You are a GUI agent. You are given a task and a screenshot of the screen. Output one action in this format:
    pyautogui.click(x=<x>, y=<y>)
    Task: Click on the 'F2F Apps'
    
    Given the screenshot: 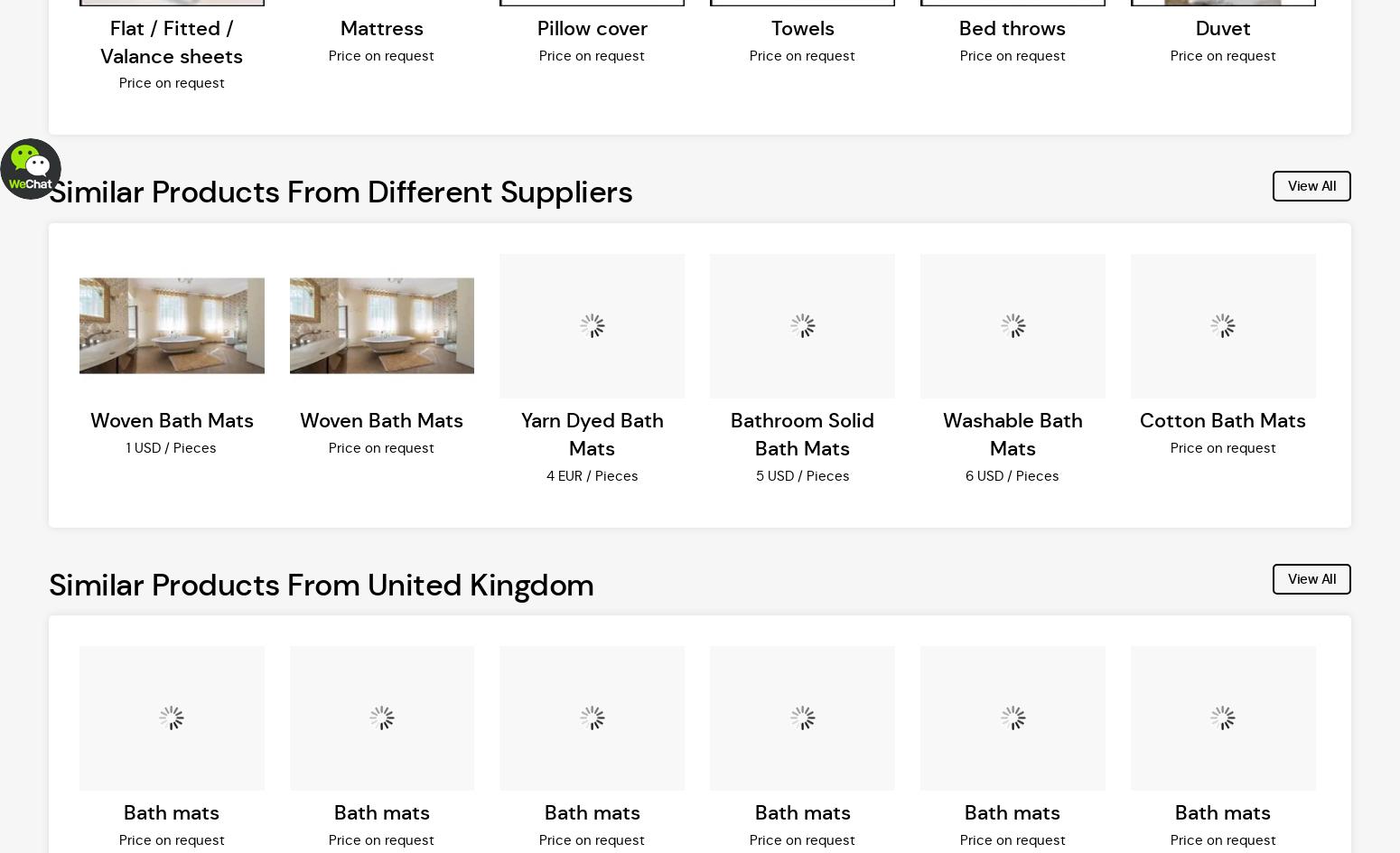 What is the action you would take?
    pyautogui.click(x=452, y=139)
    